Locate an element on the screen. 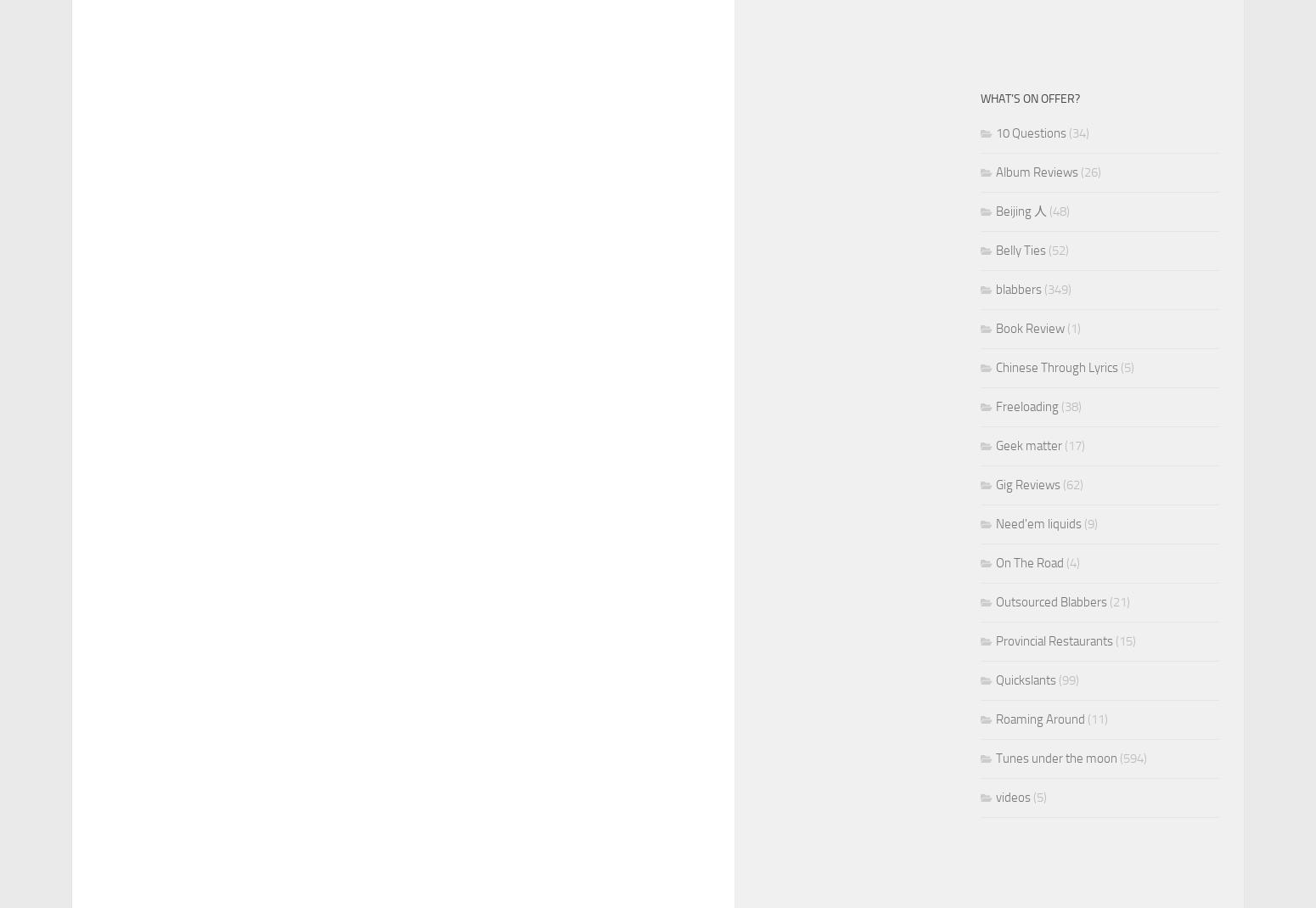  'Need'em liquids' is located at coordinates (1038, 524).